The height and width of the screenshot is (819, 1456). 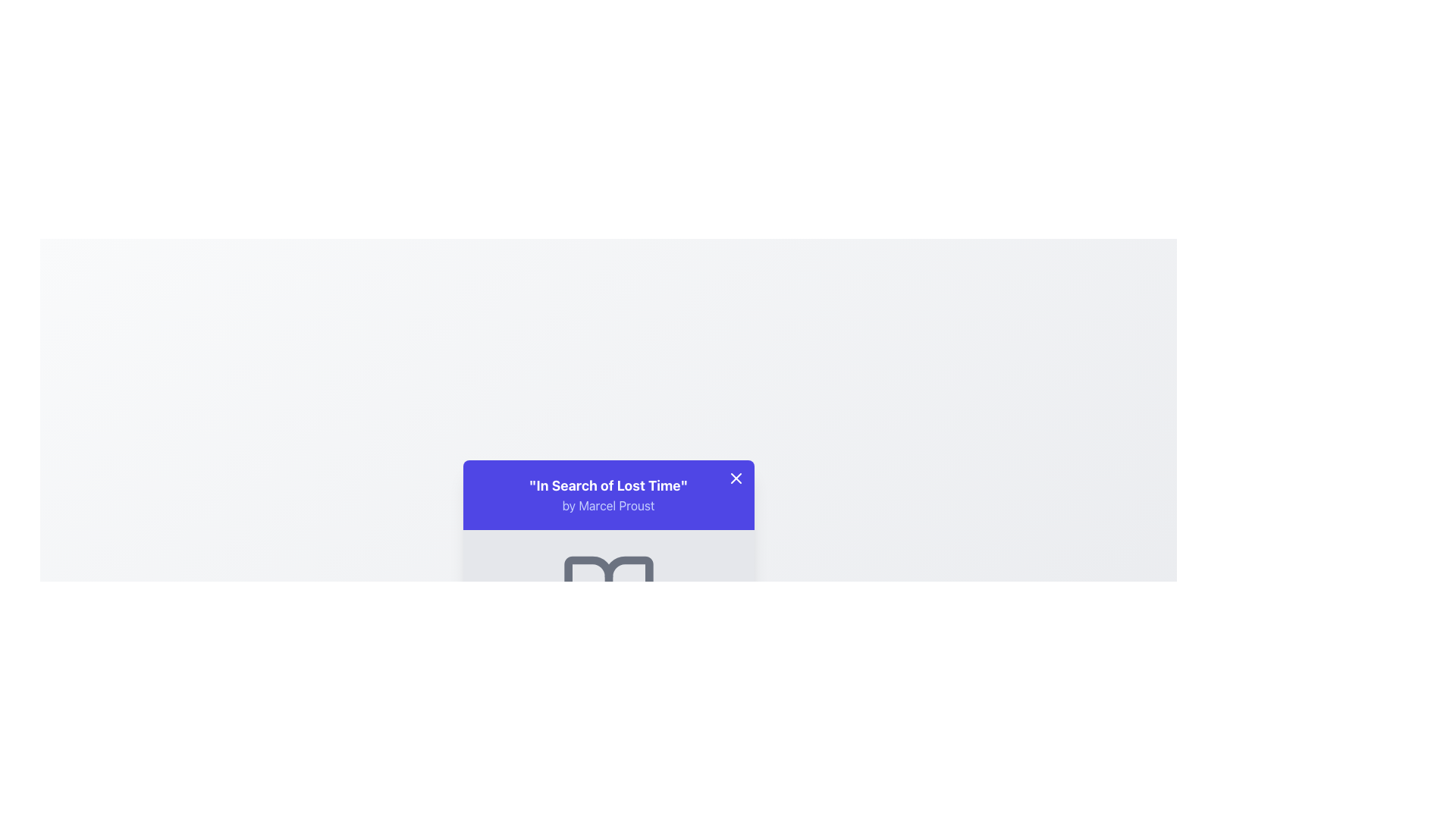 I want to click on the close icon located at the upper right of the blue banner containing the text 'In Search of Lost Time', so click(x=736, y=479).